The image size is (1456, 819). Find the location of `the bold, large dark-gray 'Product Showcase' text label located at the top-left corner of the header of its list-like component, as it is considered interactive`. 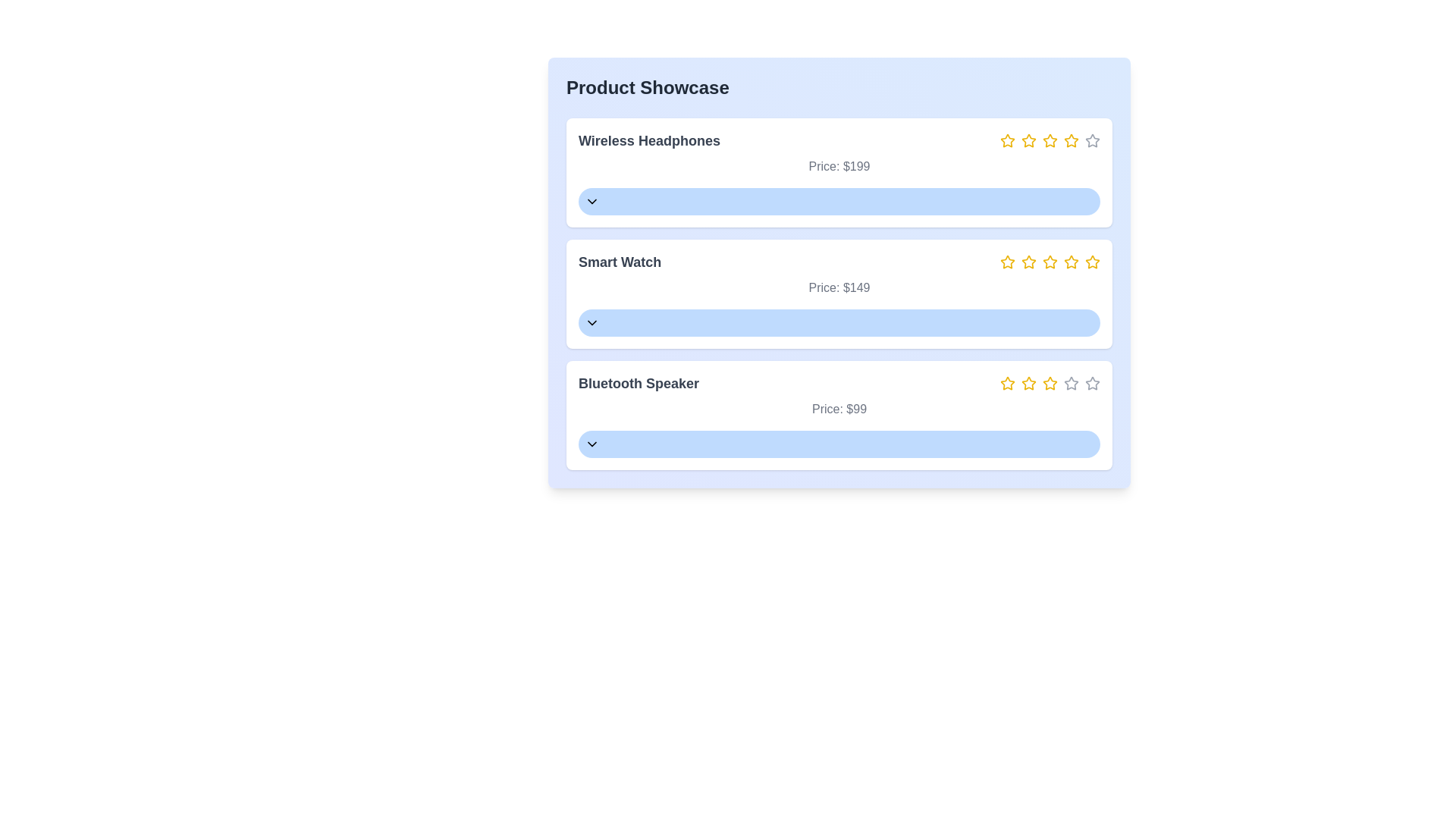

the bold, large dark-gray 'Product Showcase' text label located at the top-left corner of the header of its list-like component, as it is considered interactive is located at coordinates (648, 87).